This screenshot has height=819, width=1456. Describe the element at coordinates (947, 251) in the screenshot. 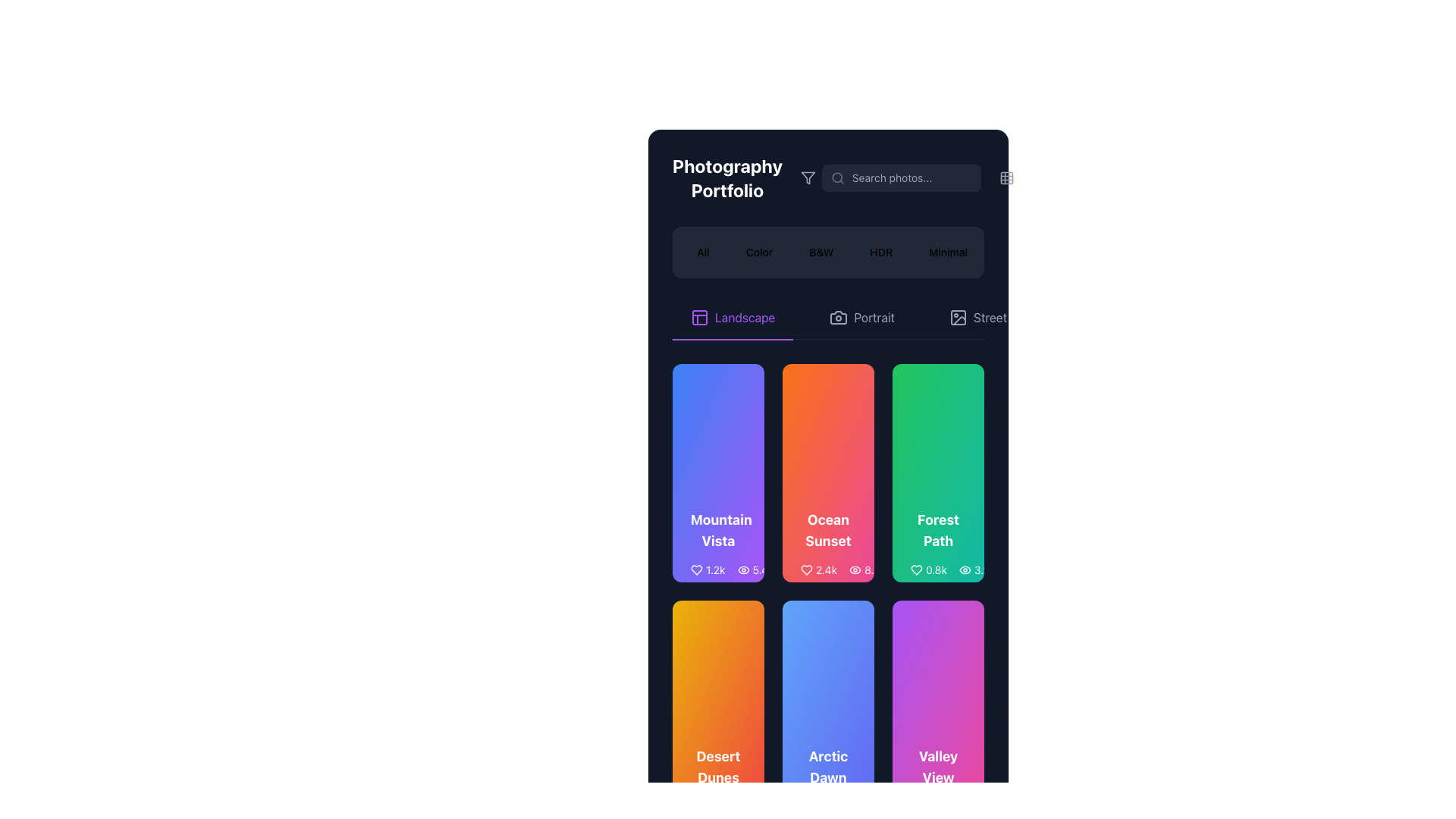

I see `the filter button that updates the displayed content` at that location.